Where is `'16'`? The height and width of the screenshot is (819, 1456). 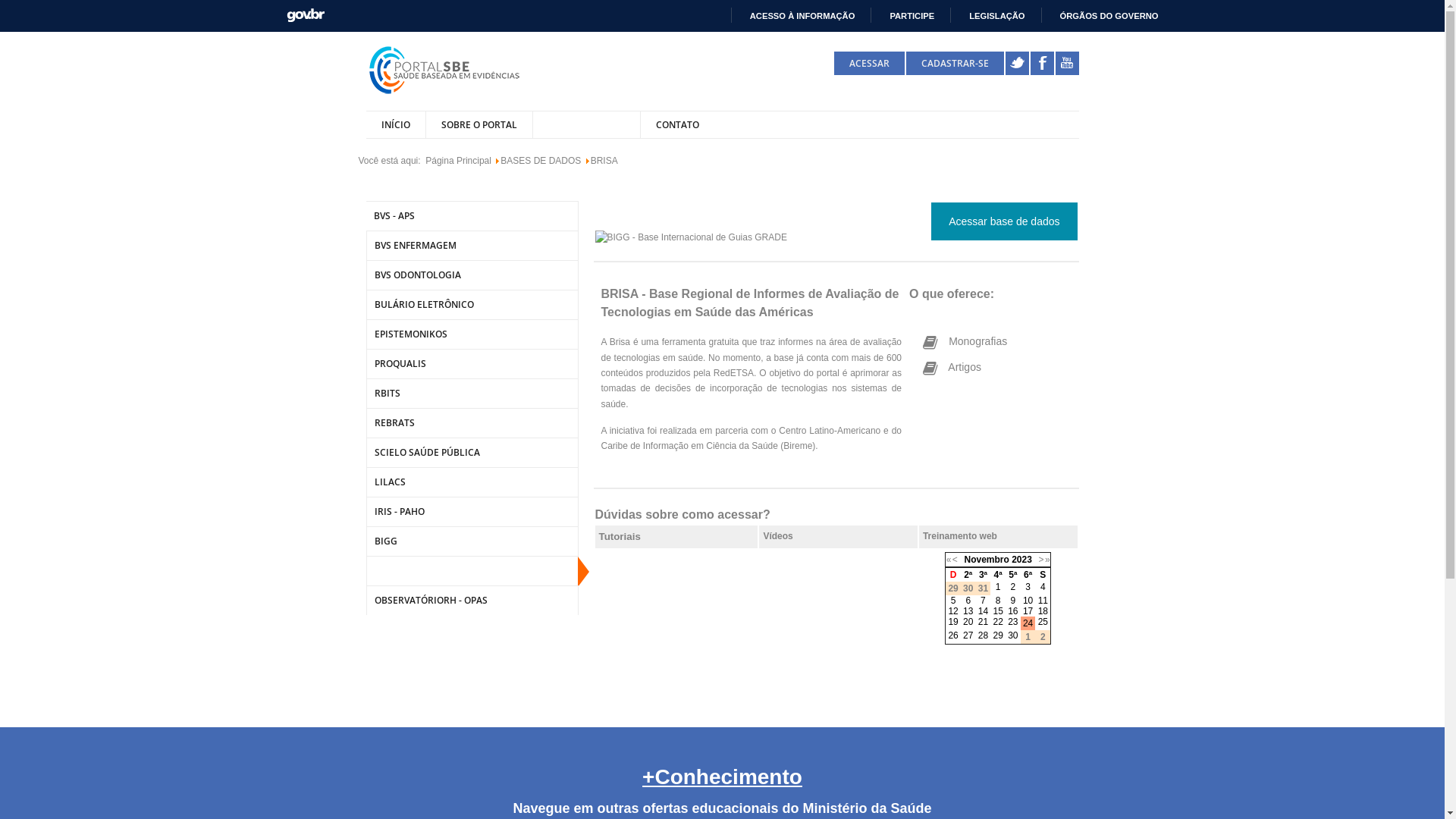 '16' is located at coordinates (1012, 610).